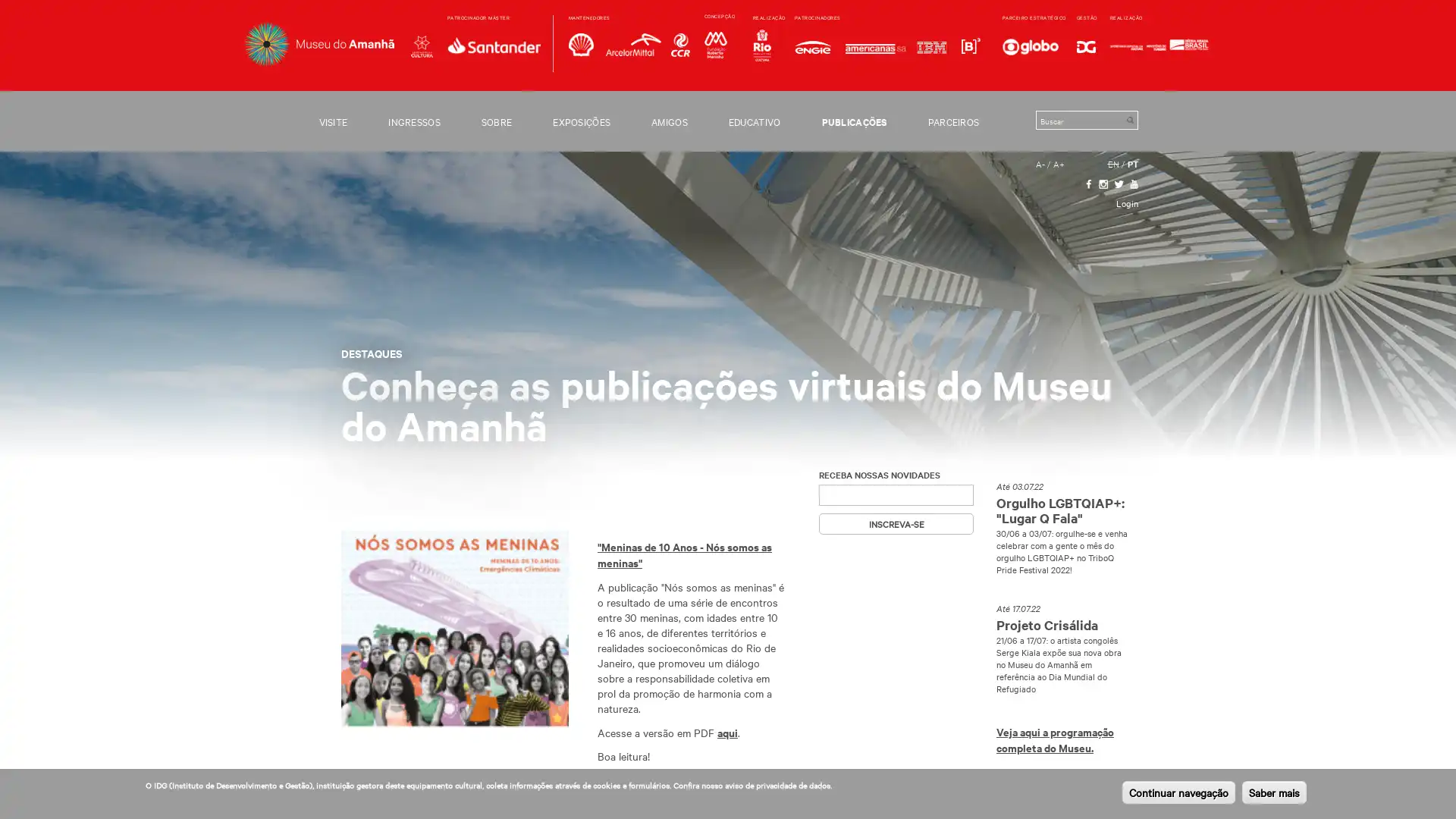 The image size is (1456, 819). Describe the element at coordinates (896, 522) in the screenshot. I see `Inscreva-se` at that location.